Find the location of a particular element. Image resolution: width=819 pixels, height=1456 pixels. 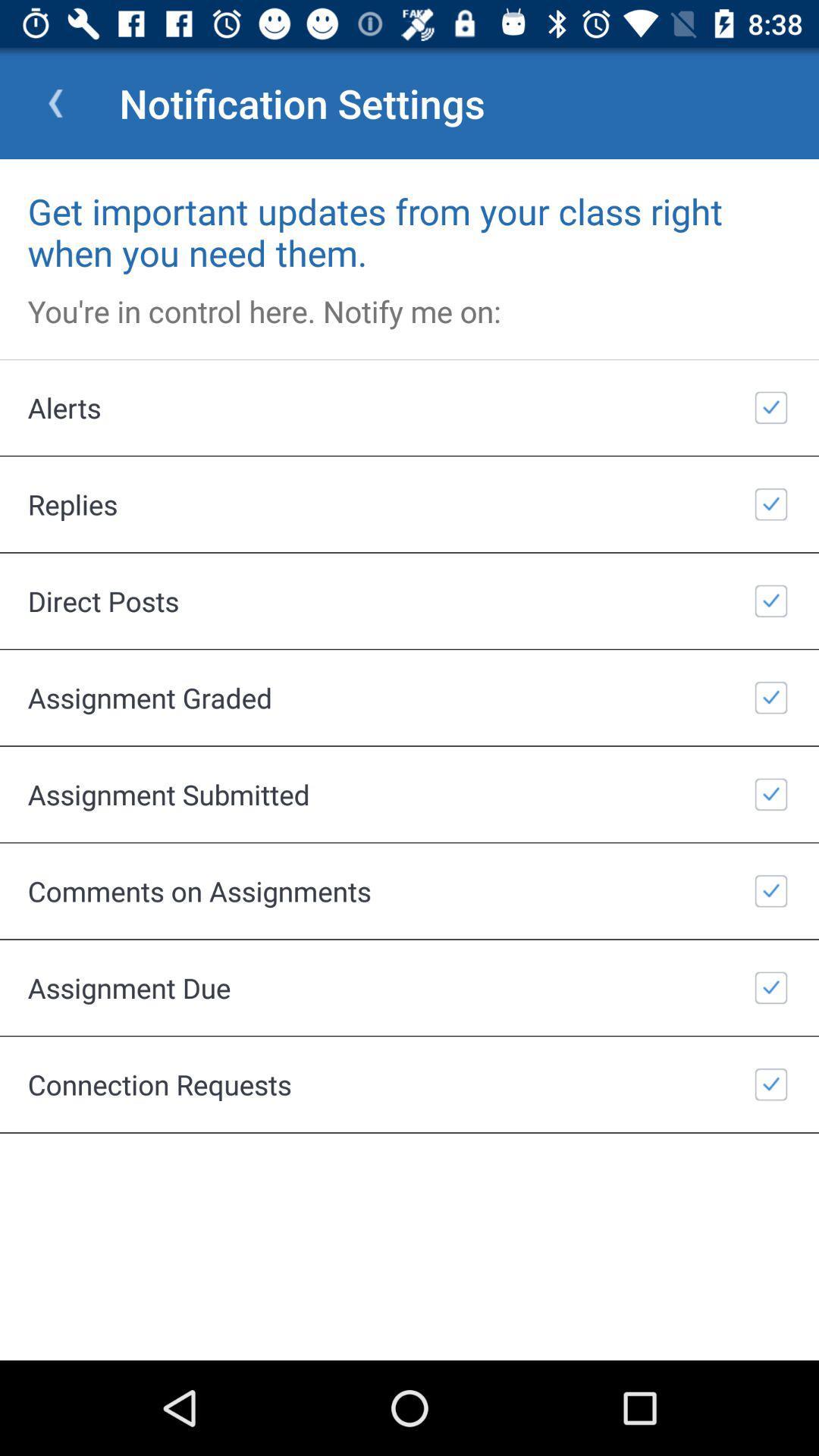

the replies item is located at coordinates (409, 504).